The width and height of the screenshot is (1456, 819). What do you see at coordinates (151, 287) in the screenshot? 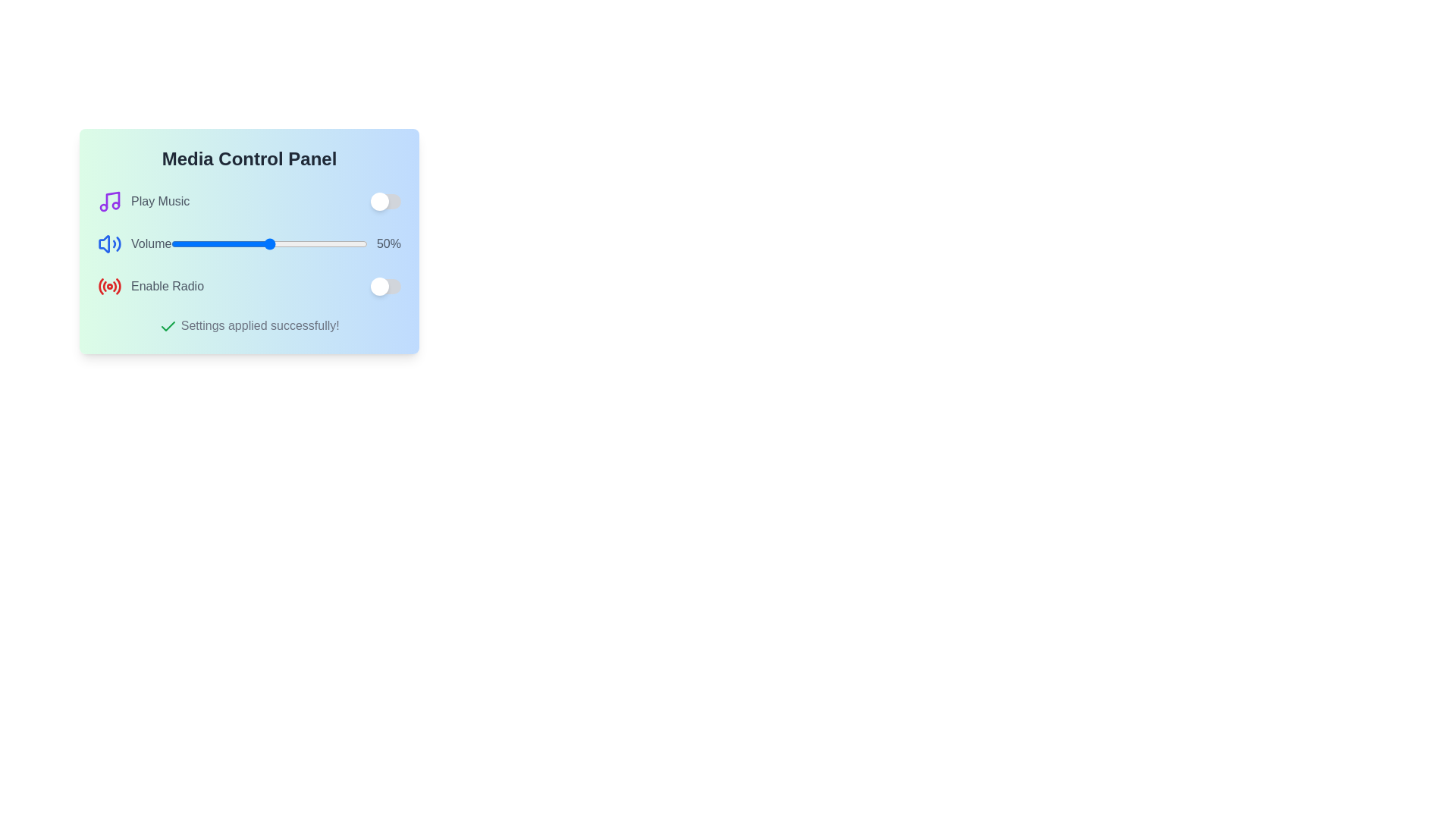
I see `the 'Enable Radio' text label with a red radio signal icon located in the middle-left section of the 'Media Control Panel', which is the third option in a vertical list of settings` at bounding box center [151, 287].